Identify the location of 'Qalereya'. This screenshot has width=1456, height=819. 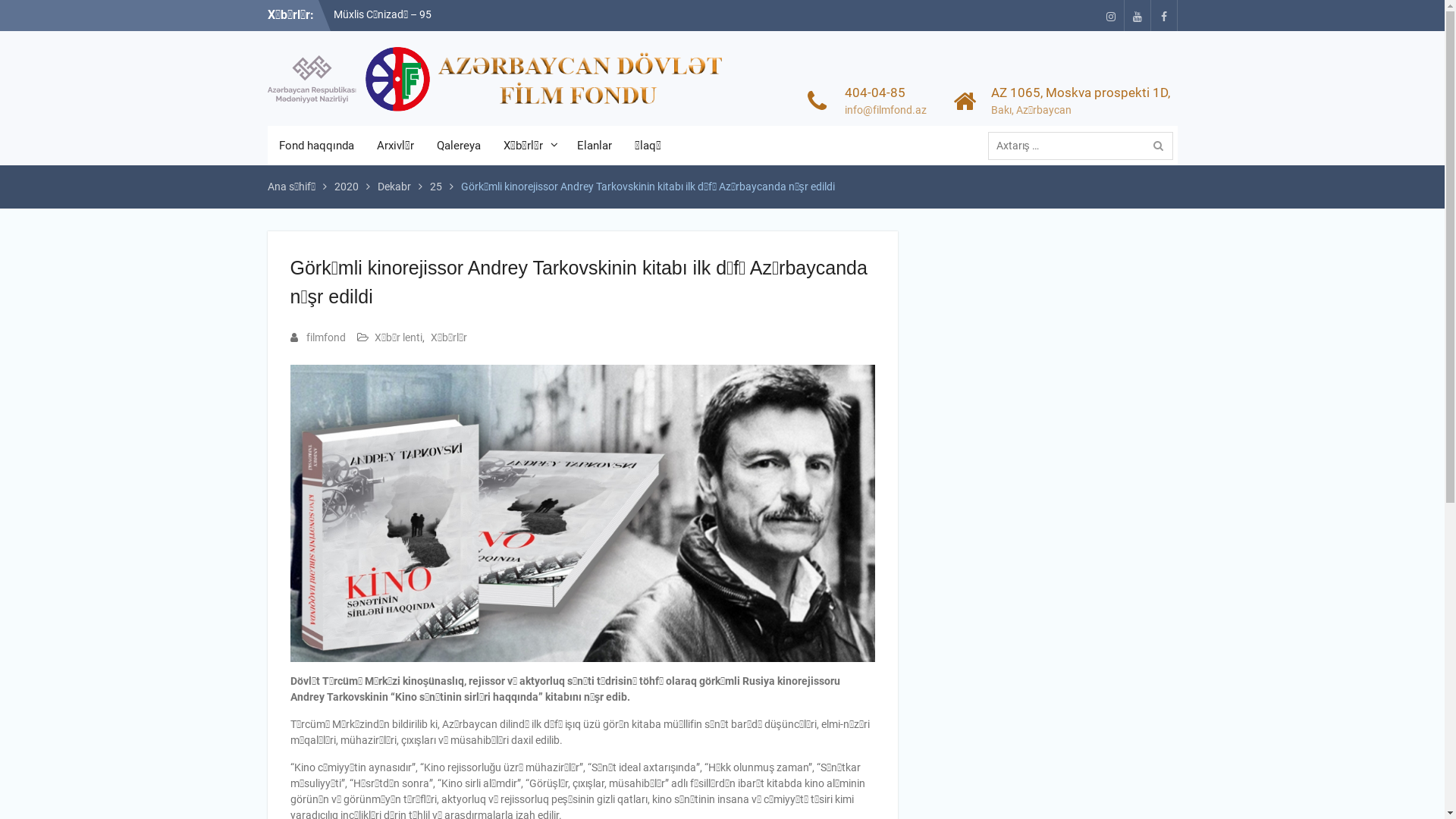
(457, 146).